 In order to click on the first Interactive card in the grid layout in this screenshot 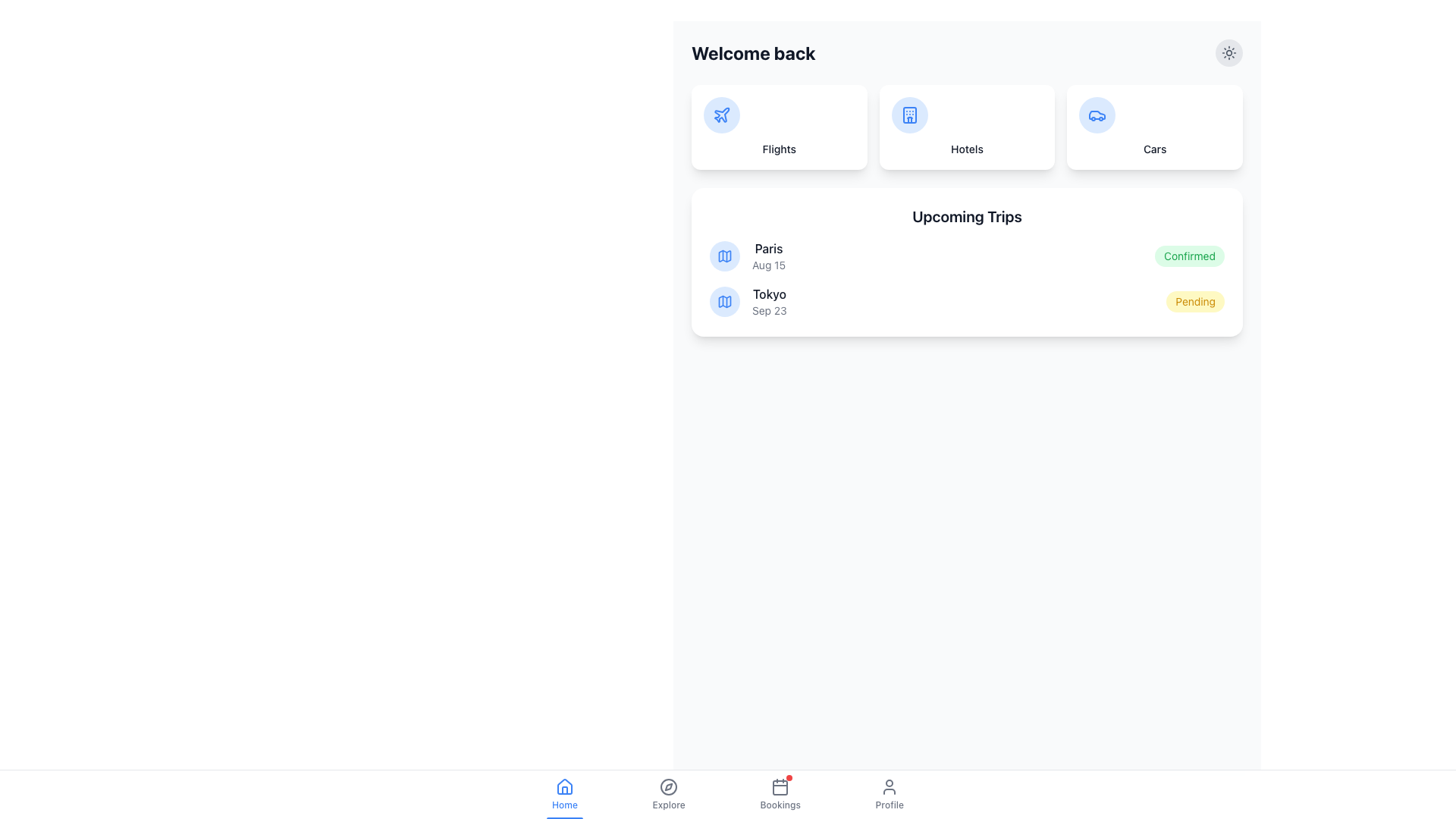, I will do `click(779, 127)`.